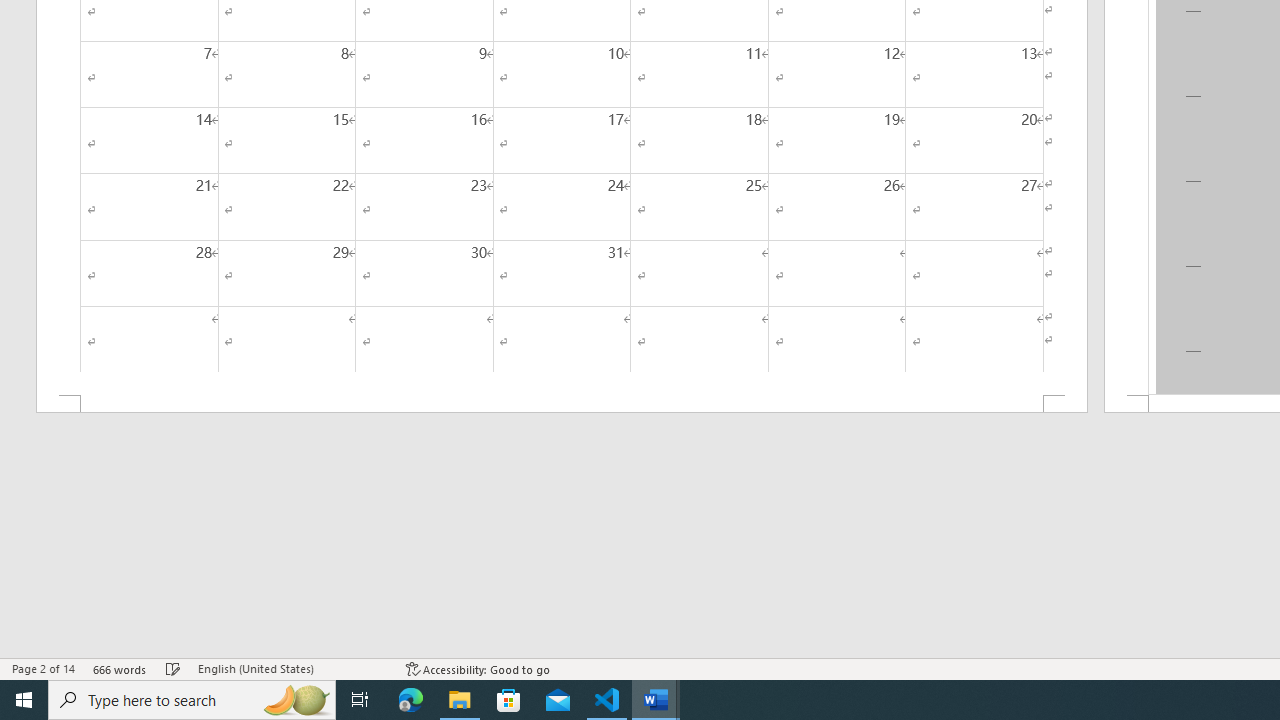  I want to click on 'Word Count 666 words', so click(119, 669).